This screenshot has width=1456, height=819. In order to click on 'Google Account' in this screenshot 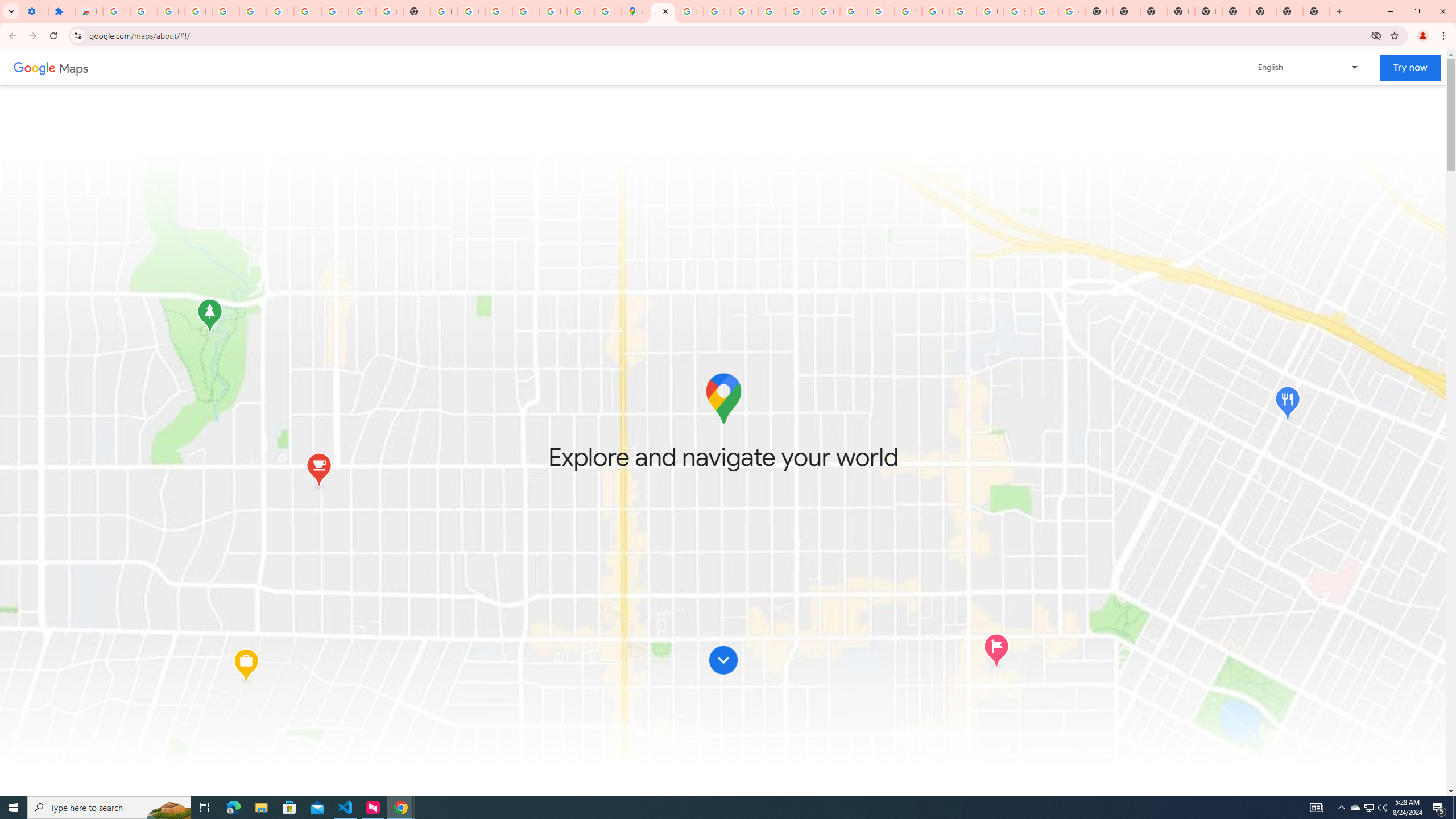, I will do `click(334, 11)`.